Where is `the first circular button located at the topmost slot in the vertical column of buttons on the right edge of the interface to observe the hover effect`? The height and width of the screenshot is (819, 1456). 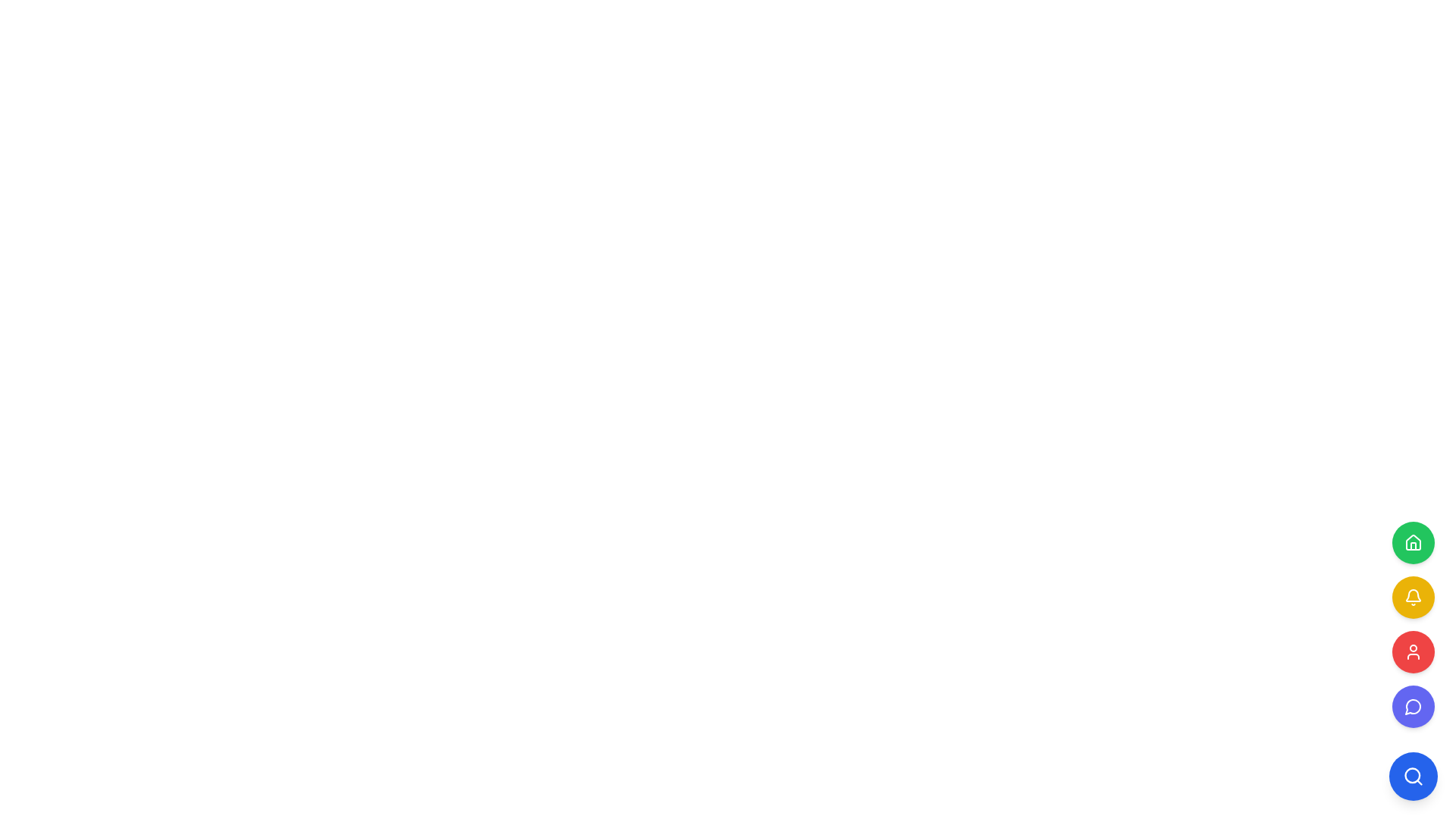 the first circular button located at the topmost slot in the vertical column of buttons on the right edge of the interface to observe the hover effect is located at coordinates (1412, 542).